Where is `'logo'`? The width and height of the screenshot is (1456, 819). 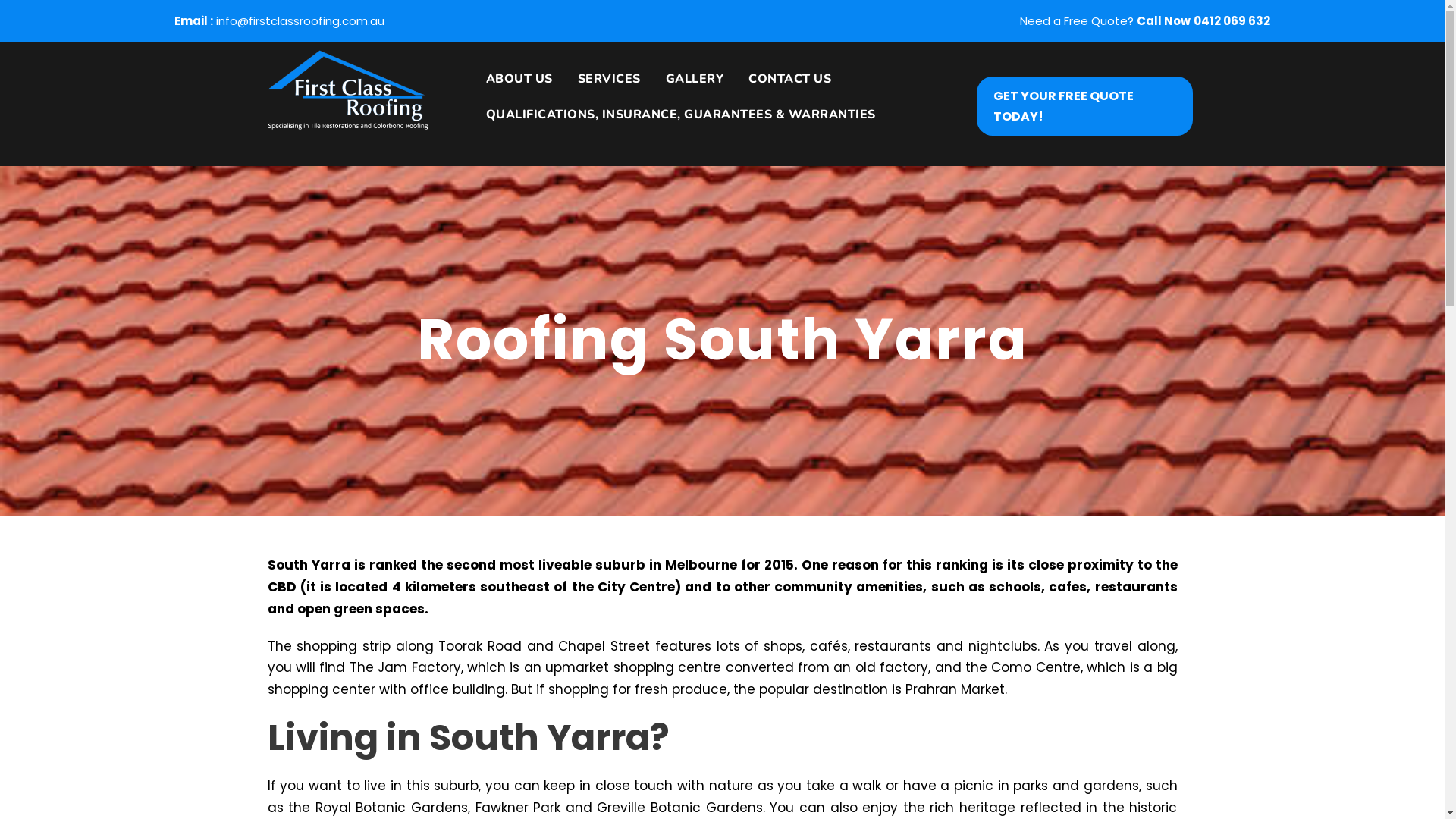 'logo' is located at coordinates (346, 90).